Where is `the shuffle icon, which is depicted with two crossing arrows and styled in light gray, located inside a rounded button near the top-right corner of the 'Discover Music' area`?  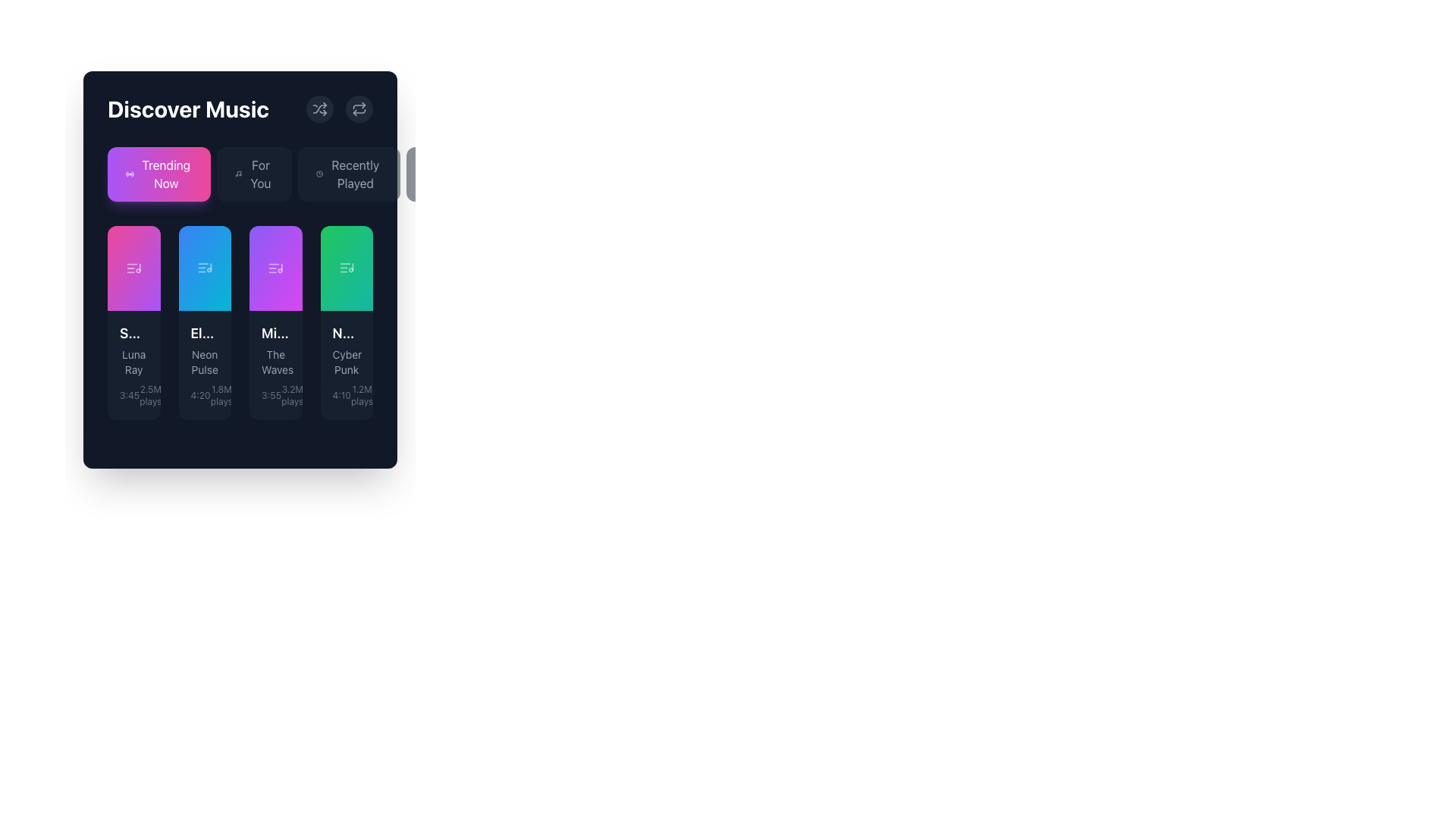
the shuffle icon, which is depicted with two crossing arrows and styled in light gray, located inside a rounded button near the top-right corner of the 'Discover Music' area is located at coordinates (319, 108).